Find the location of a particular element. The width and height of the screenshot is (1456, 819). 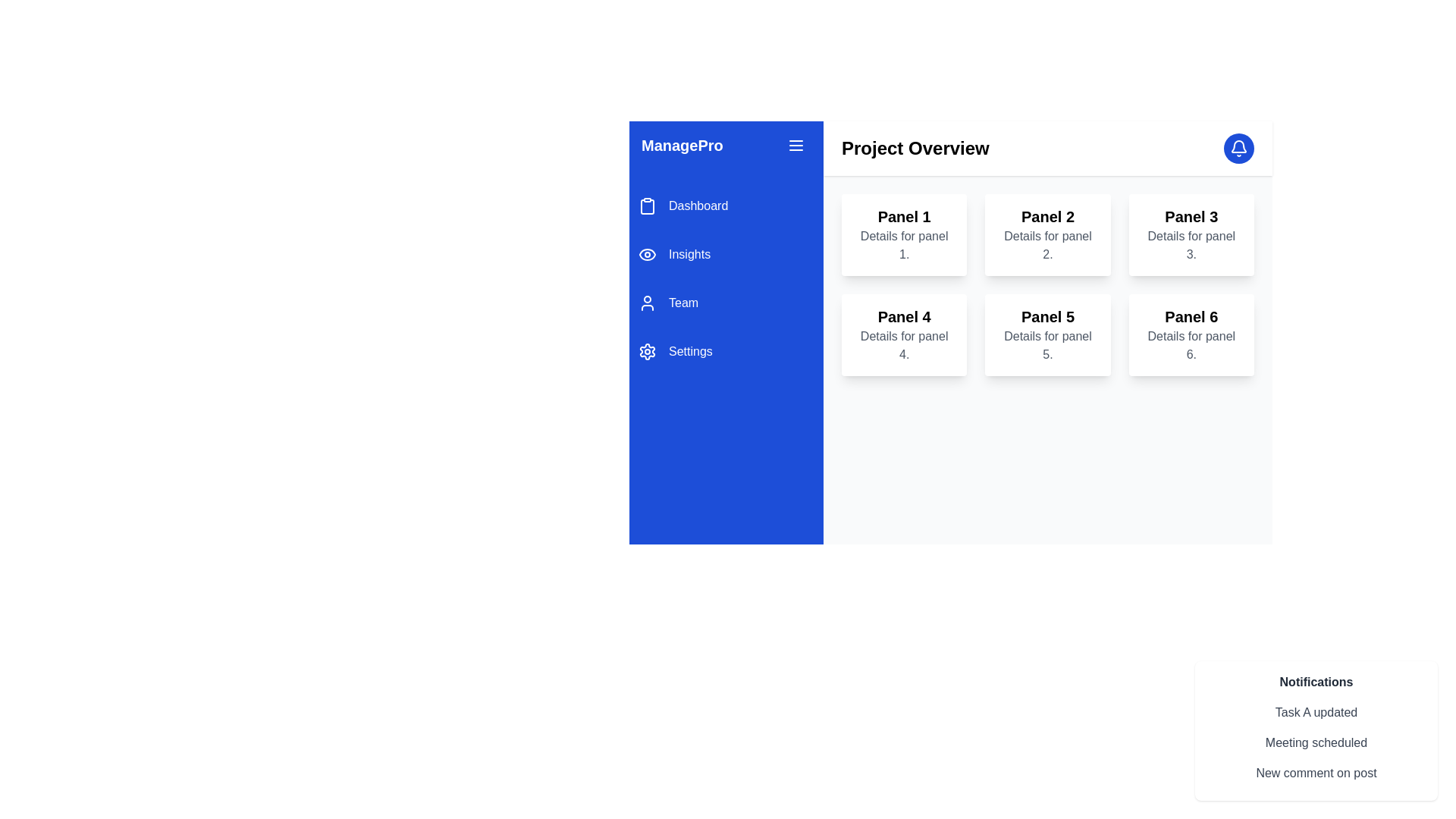

the 'Dashboard' label, which is styled with white font on a blue background and is the first selectable option in the vertical menu on the left side of the interface is located at coordinates (698, 206).